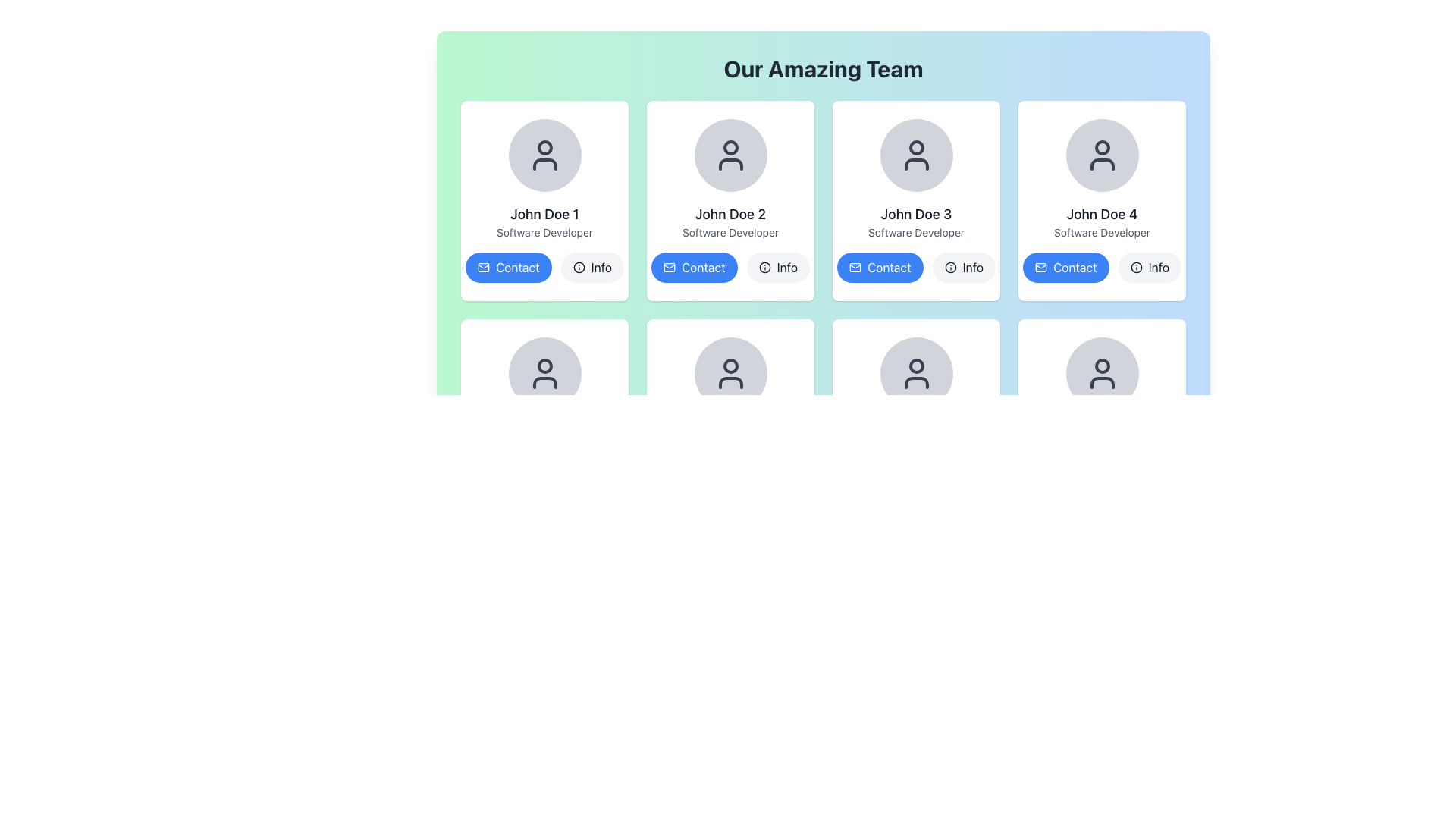 This screenshot has height=819, width=1456. Describe the element at coordinates (949, 267) in the screenshot. I see `the circular 'Info' icon located next to the blue 'Contact' button in the profile card of 'John Doe 3'` at that location.